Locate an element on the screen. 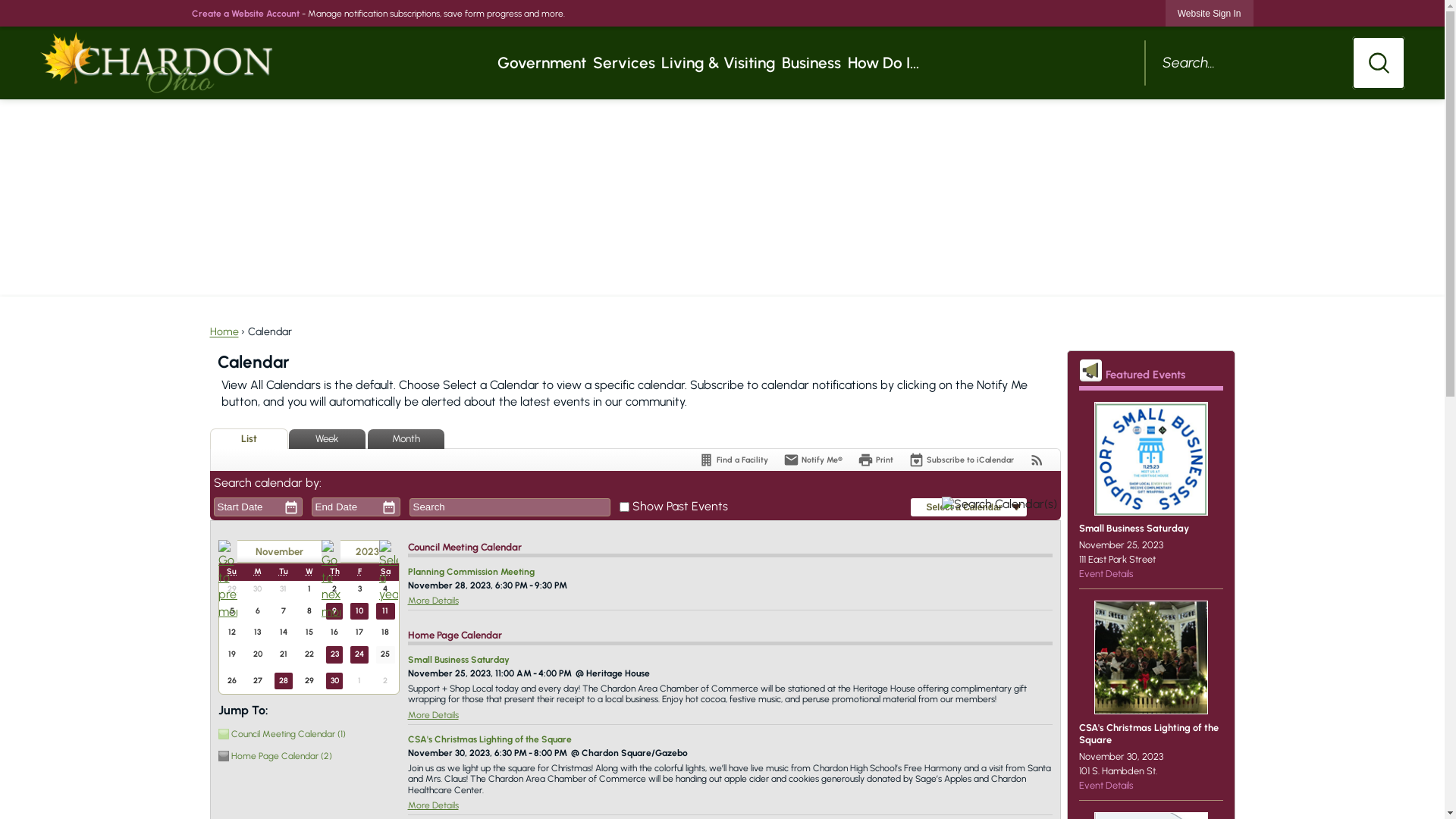 The image size is (1456, 819). 'Home' is located at coordinates (222, 331).